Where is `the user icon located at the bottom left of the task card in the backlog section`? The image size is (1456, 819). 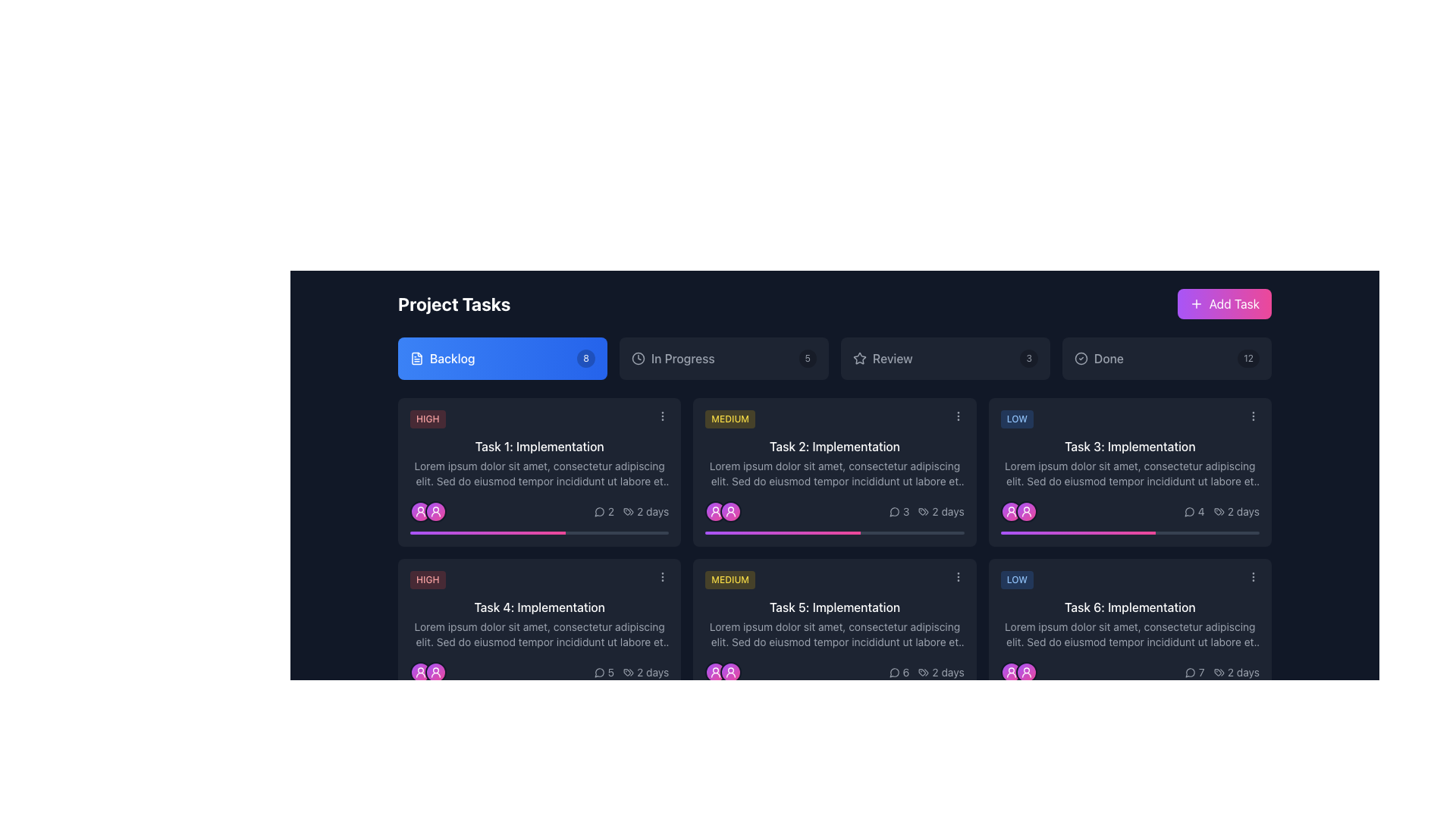
the user icon located at the bottom left of the task card in the backlog section is located at coordinates (715, 512).